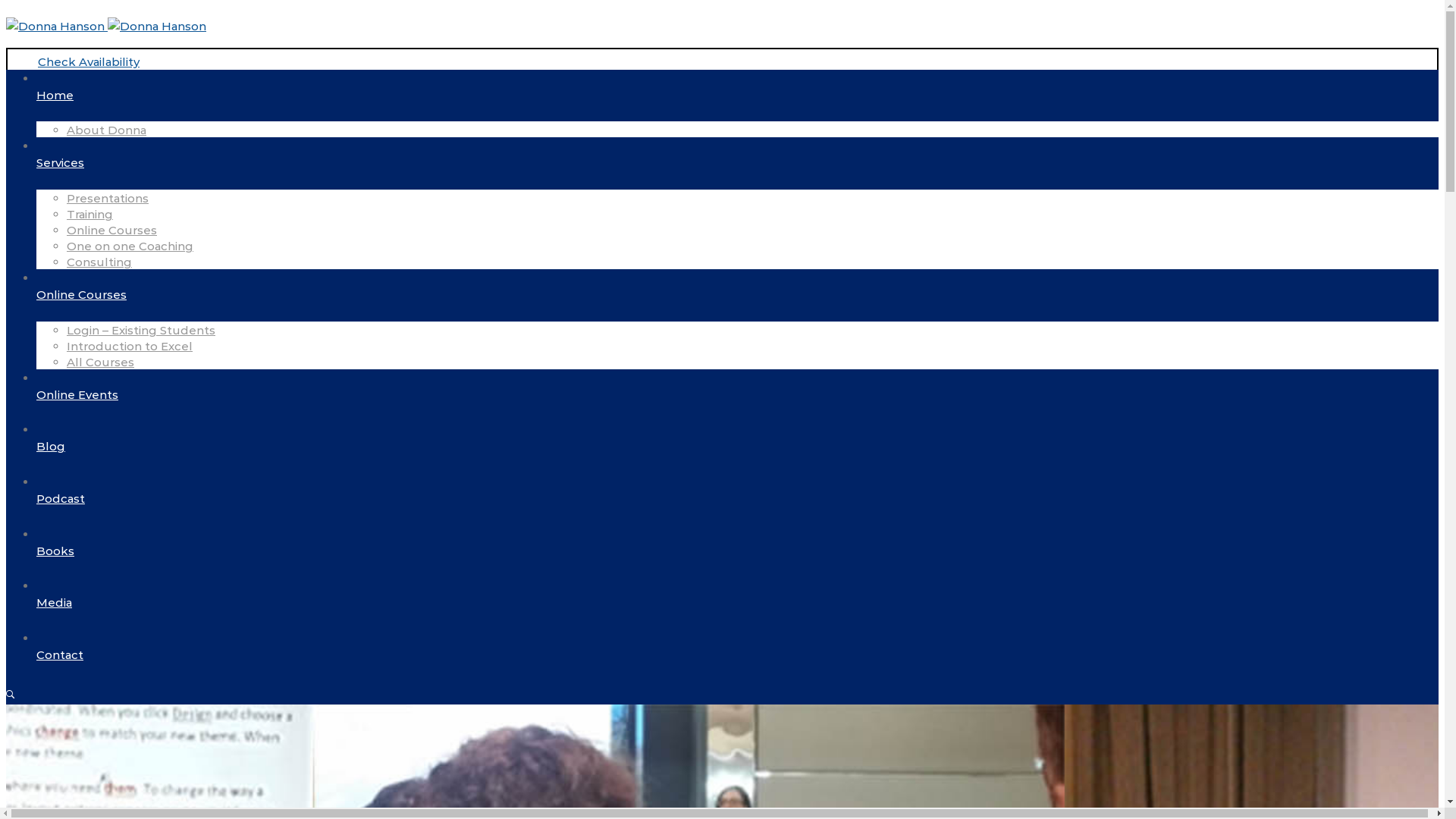  What do you see at coordinates (65, 231) in the screenshot?
I see `'Online Courses'` at bounding box center [65, 231].